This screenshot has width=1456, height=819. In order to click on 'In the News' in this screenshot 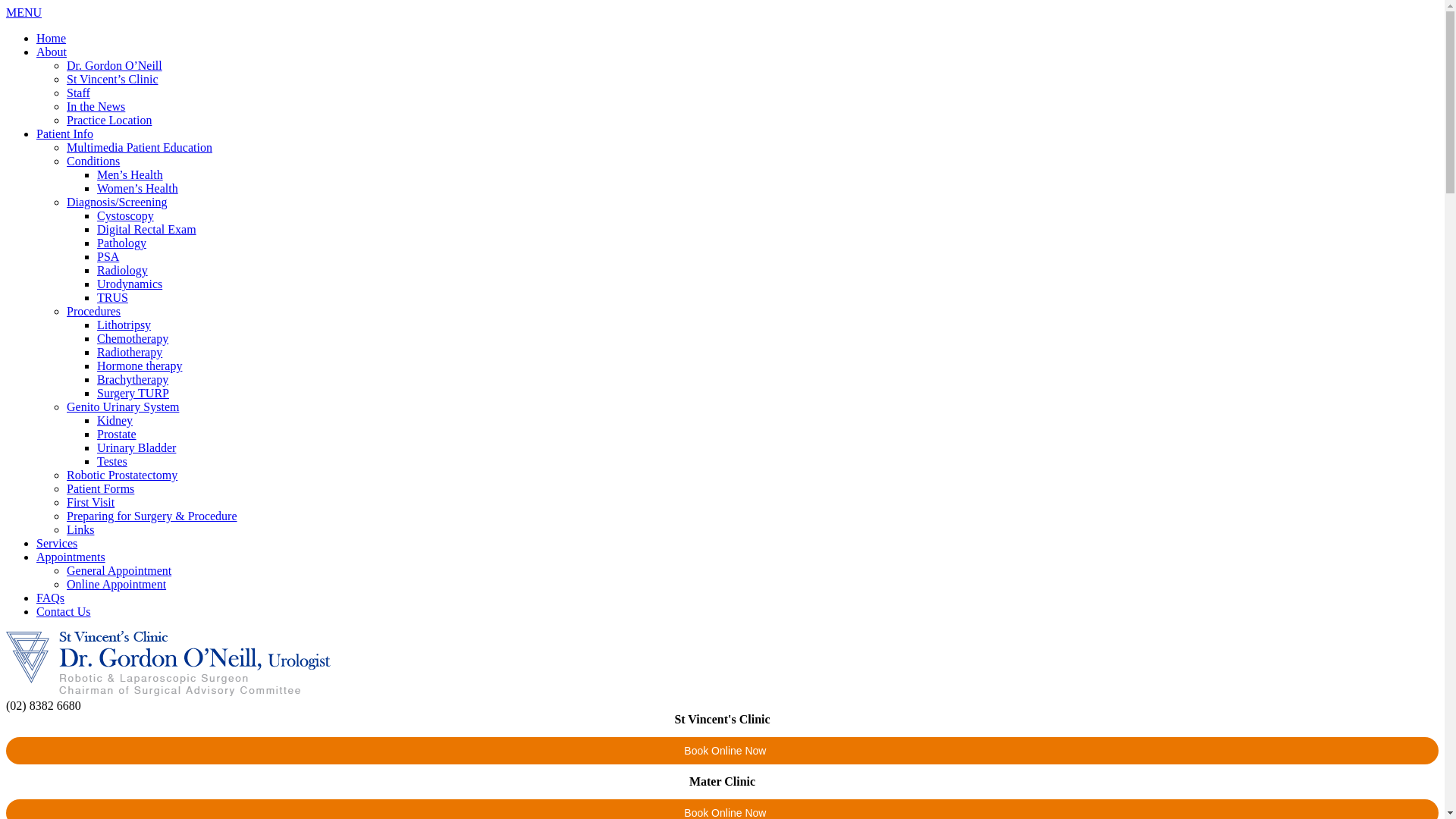, I will do `click(65, 105)`.